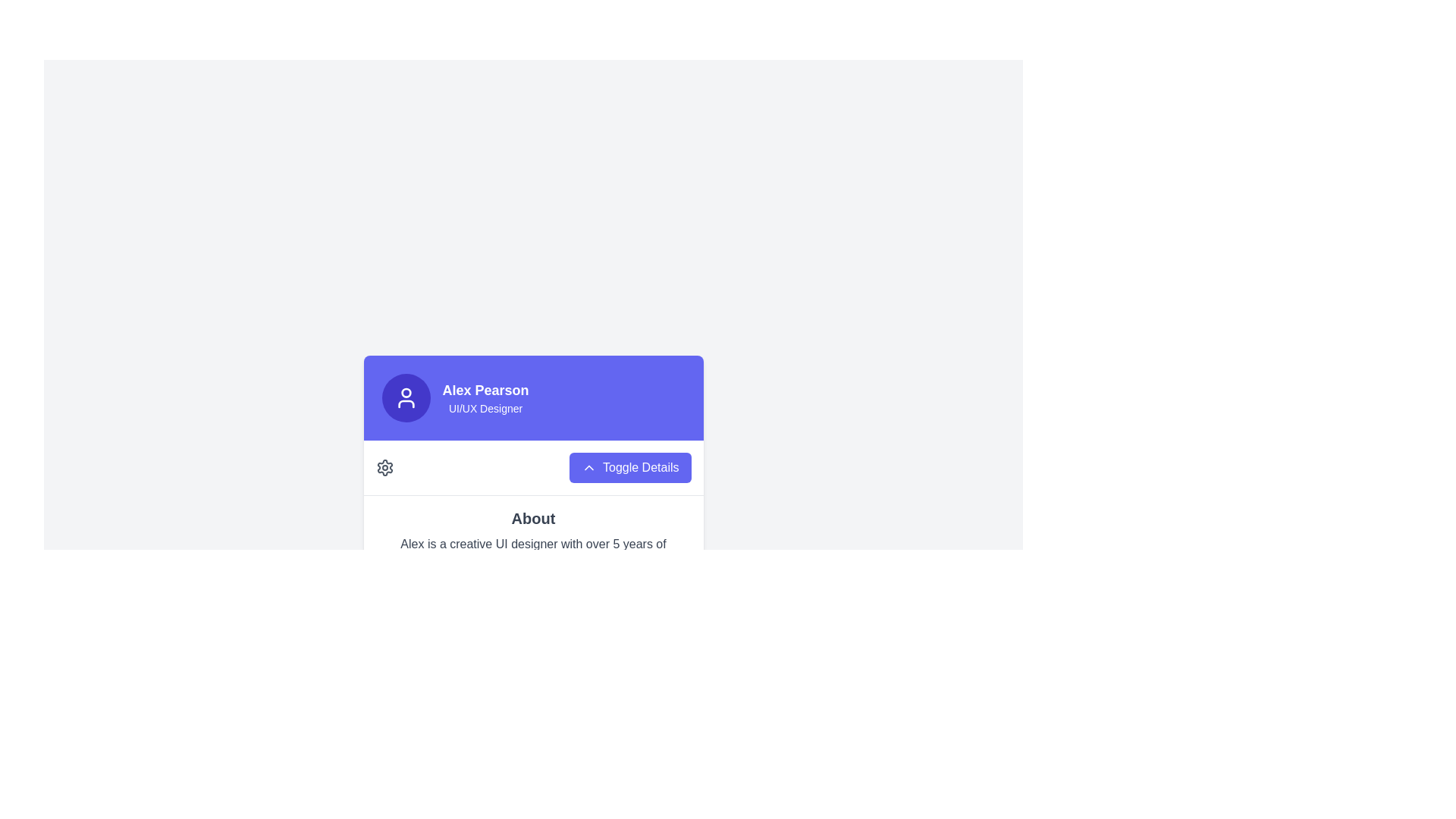  What do you see at coordinates (406, 397) in the screenshot?
I see `the user profile icon, which is a purple circular icon representing a user profile` at bounding box center [406, 397].